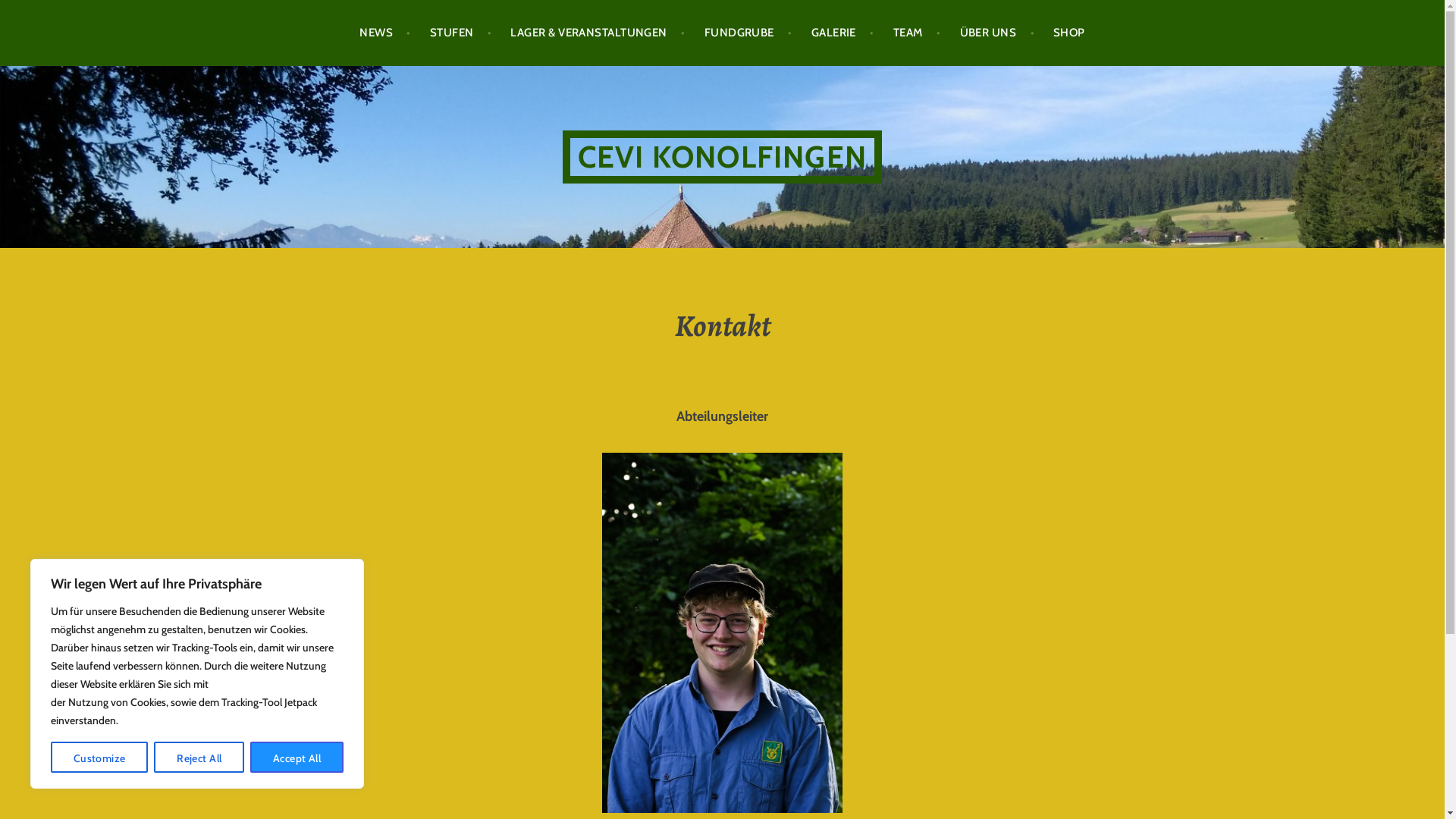 The width and height of the screenshot is (1456, 819). I want to click on 'Accept All', so click(250, 757).